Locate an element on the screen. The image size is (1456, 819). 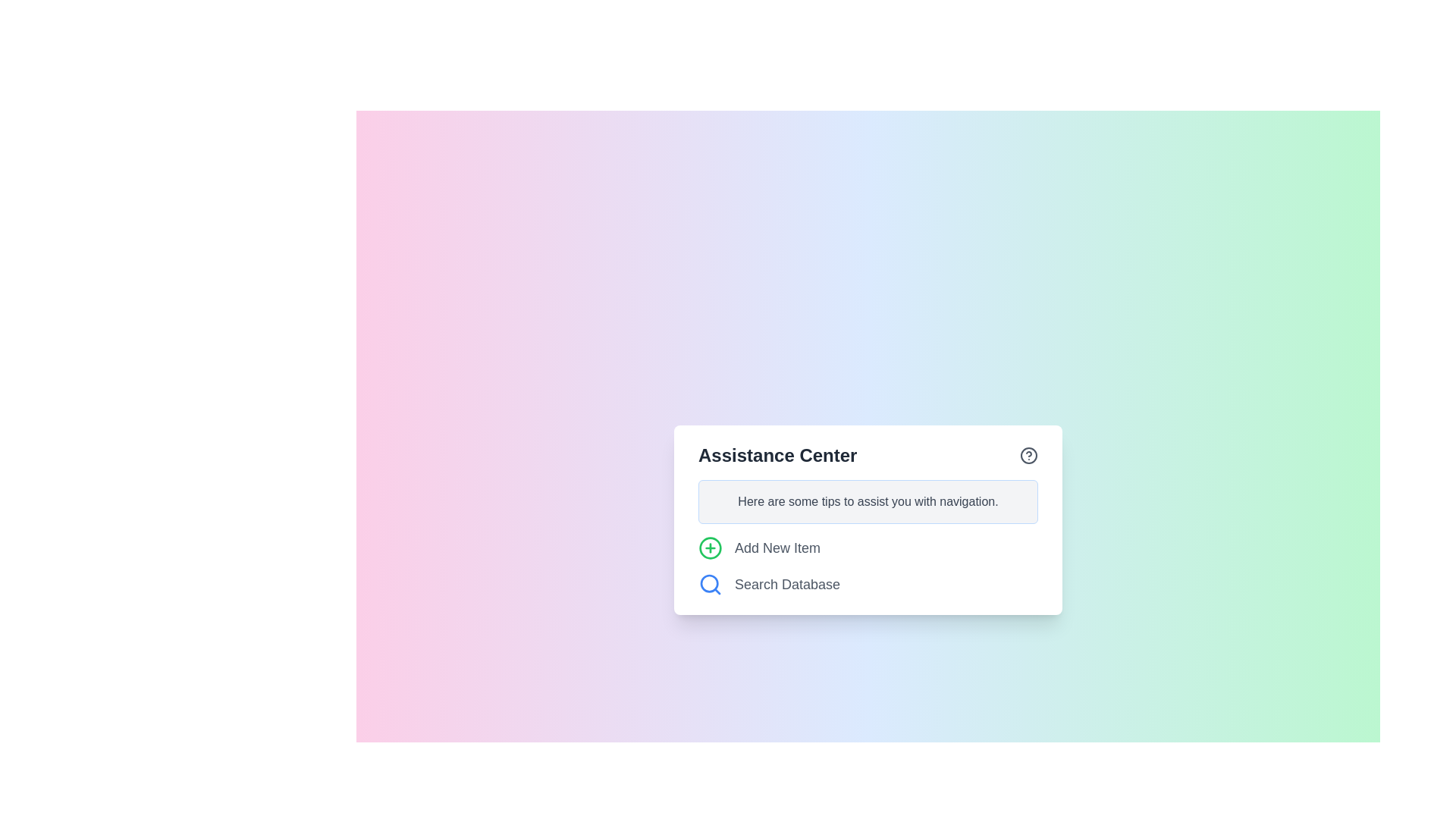
the SVG Circle element that represents a dot within a question mark icon located in the top-right corner of the assistance center modal is located at coordinates (1029, 455).